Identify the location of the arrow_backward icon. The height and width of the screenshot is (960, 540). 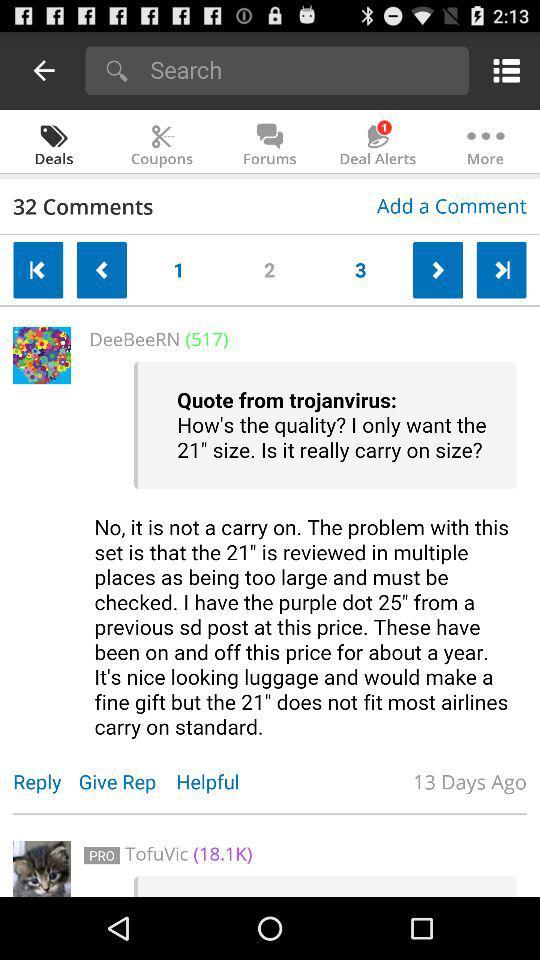
(38, 288).